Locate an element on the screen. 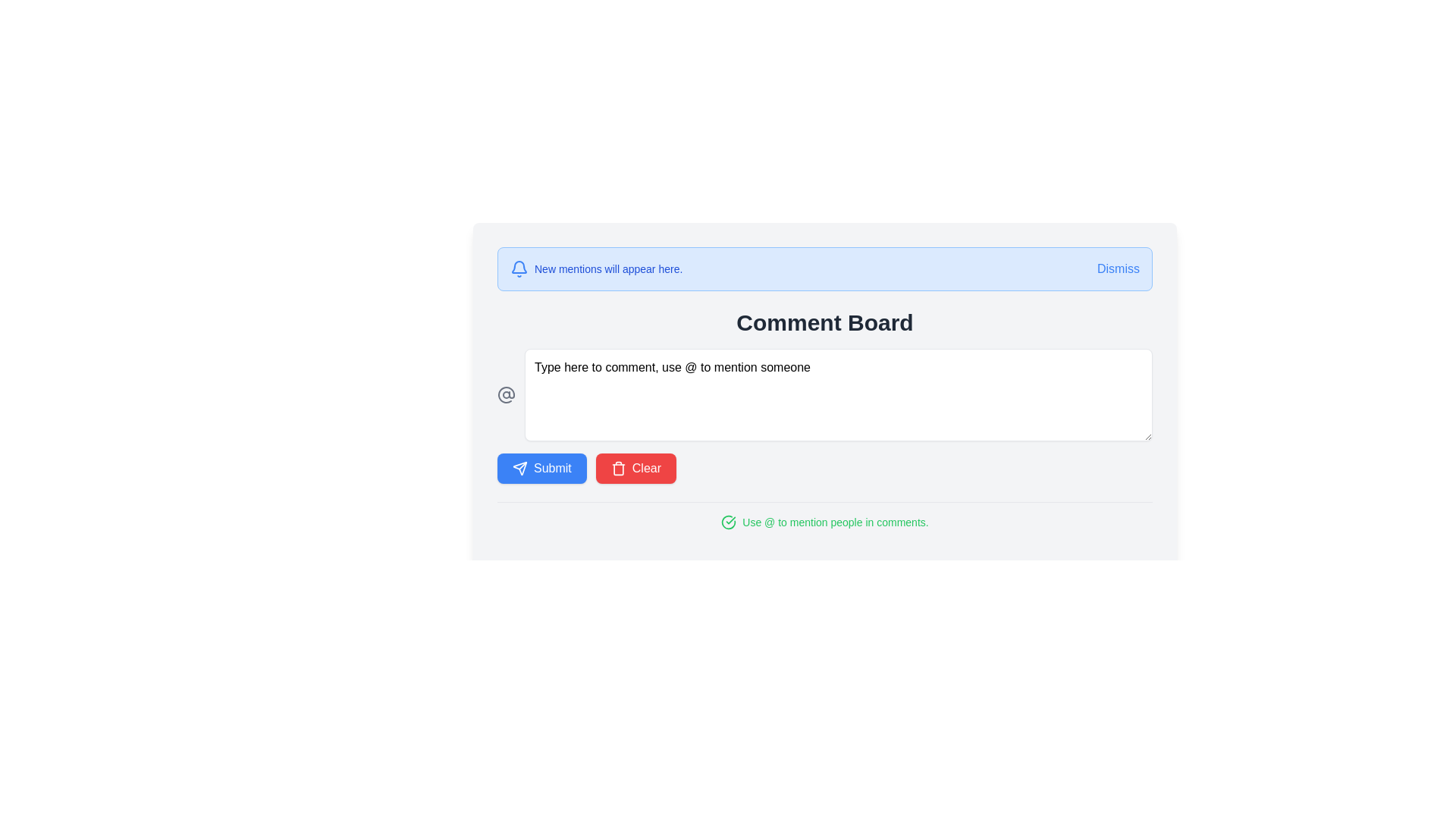  the blue 'Submit' button with white text and a paper plane icon is located at coordinates (541, 467).